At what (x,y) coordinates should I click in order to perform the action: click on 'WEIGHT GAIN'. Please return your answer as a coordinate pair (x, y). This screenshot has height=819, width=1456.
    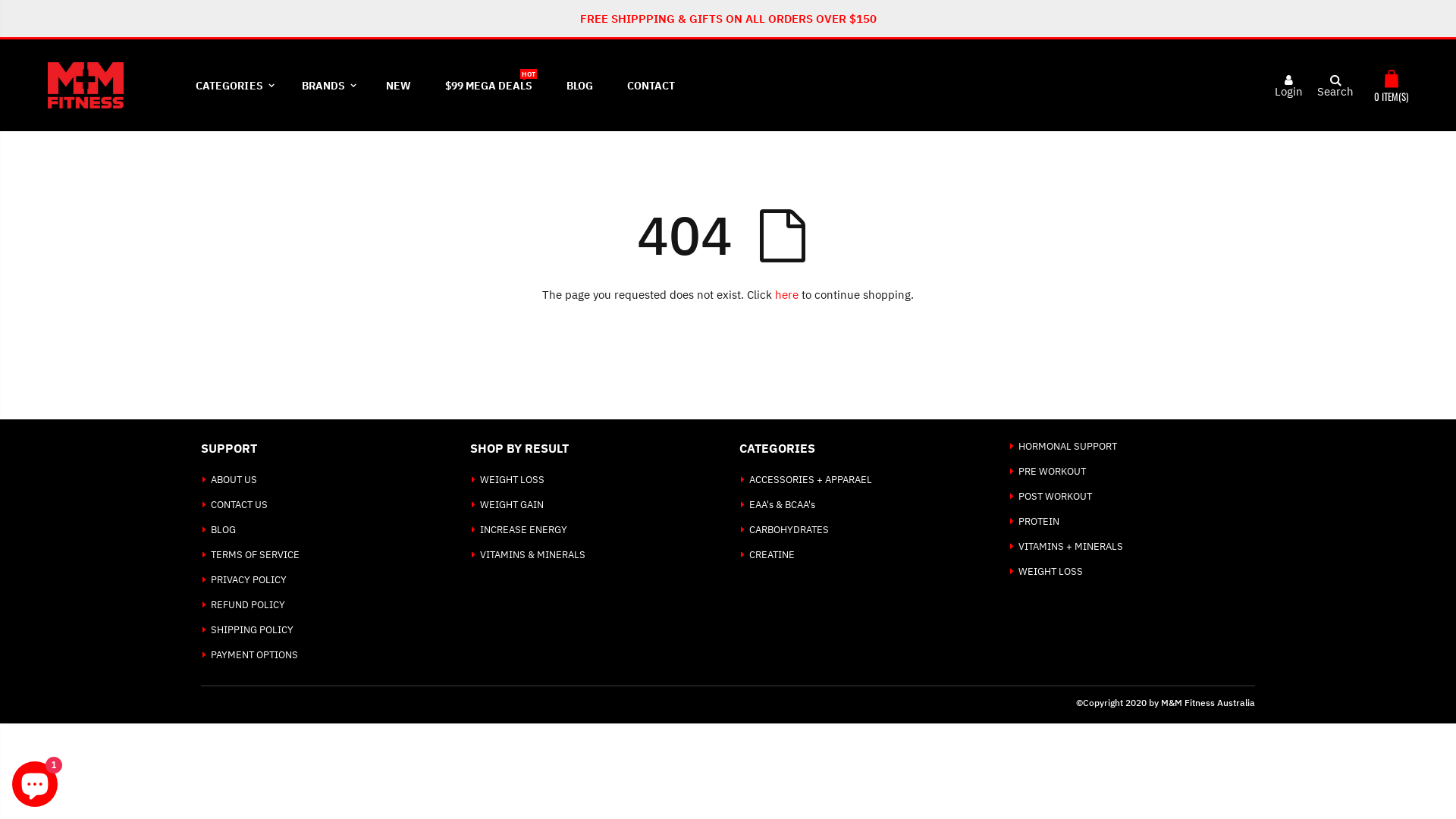
    Looking at the image, I should click on (512, 504).